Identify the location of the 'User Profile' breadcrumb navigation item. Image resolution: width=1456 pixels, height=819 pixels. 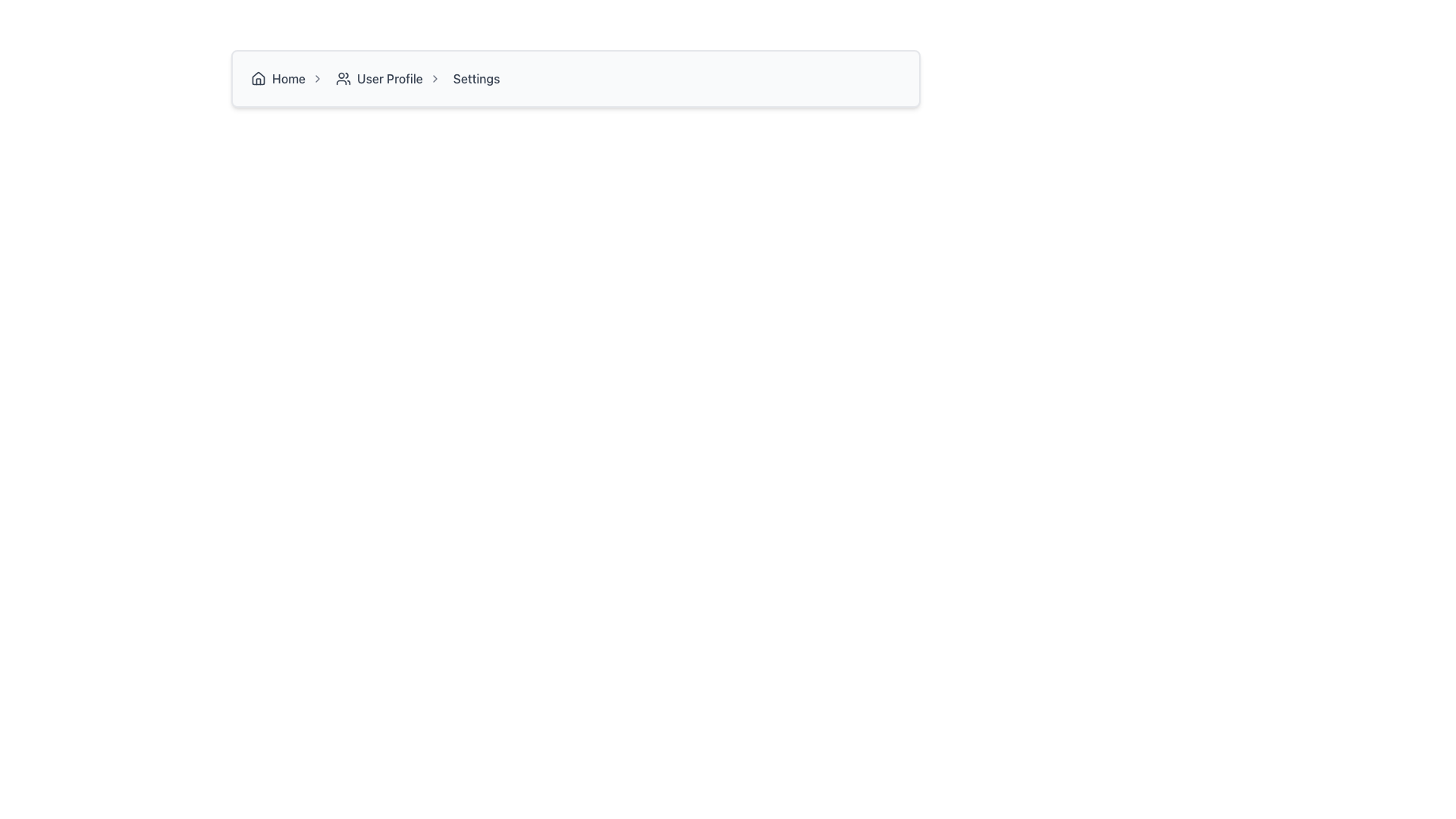
(388, 79).